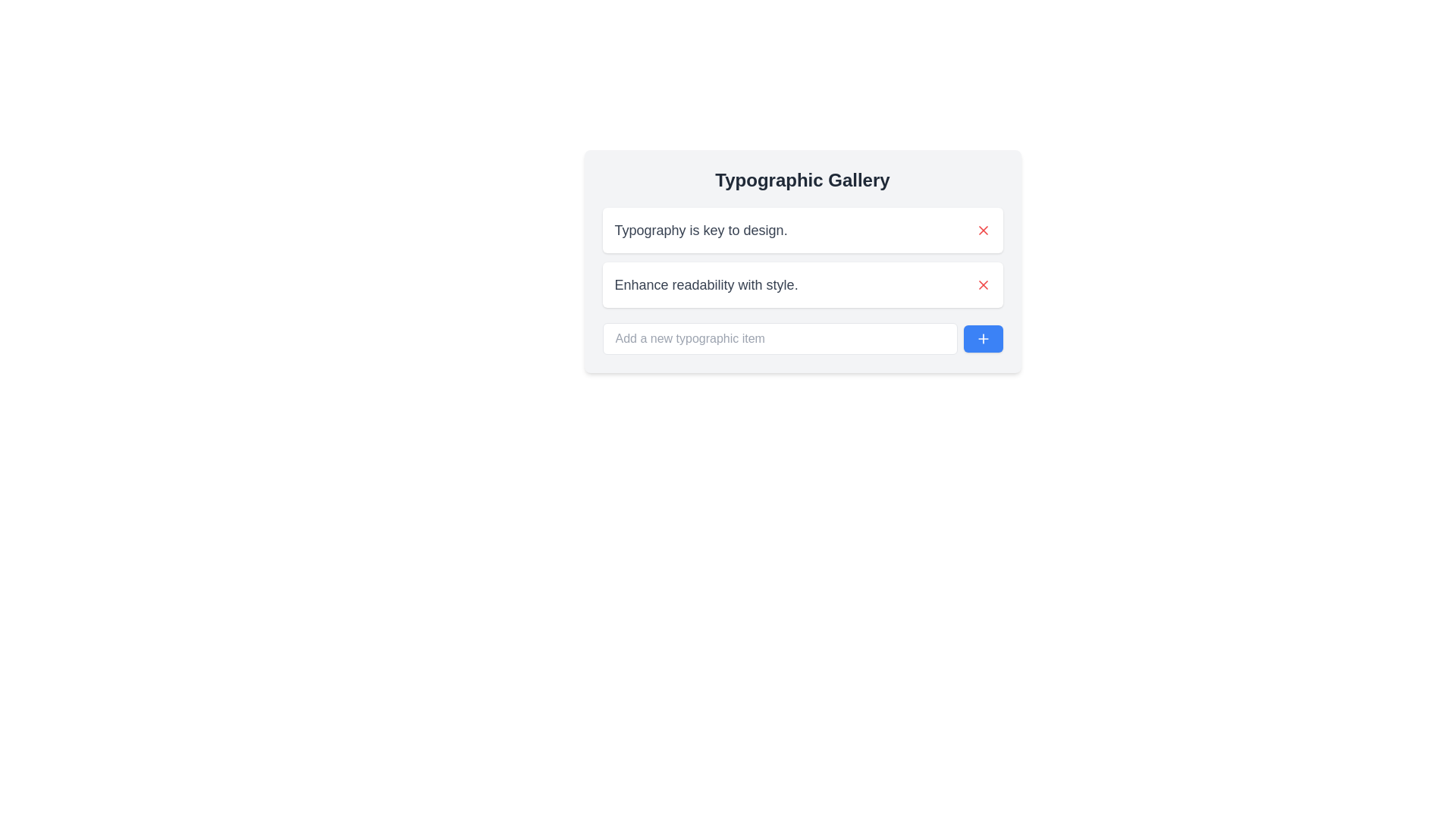  I want to click on the submit button located to the right of the 'Add a new typographic item' text input field, so click(983, 338).